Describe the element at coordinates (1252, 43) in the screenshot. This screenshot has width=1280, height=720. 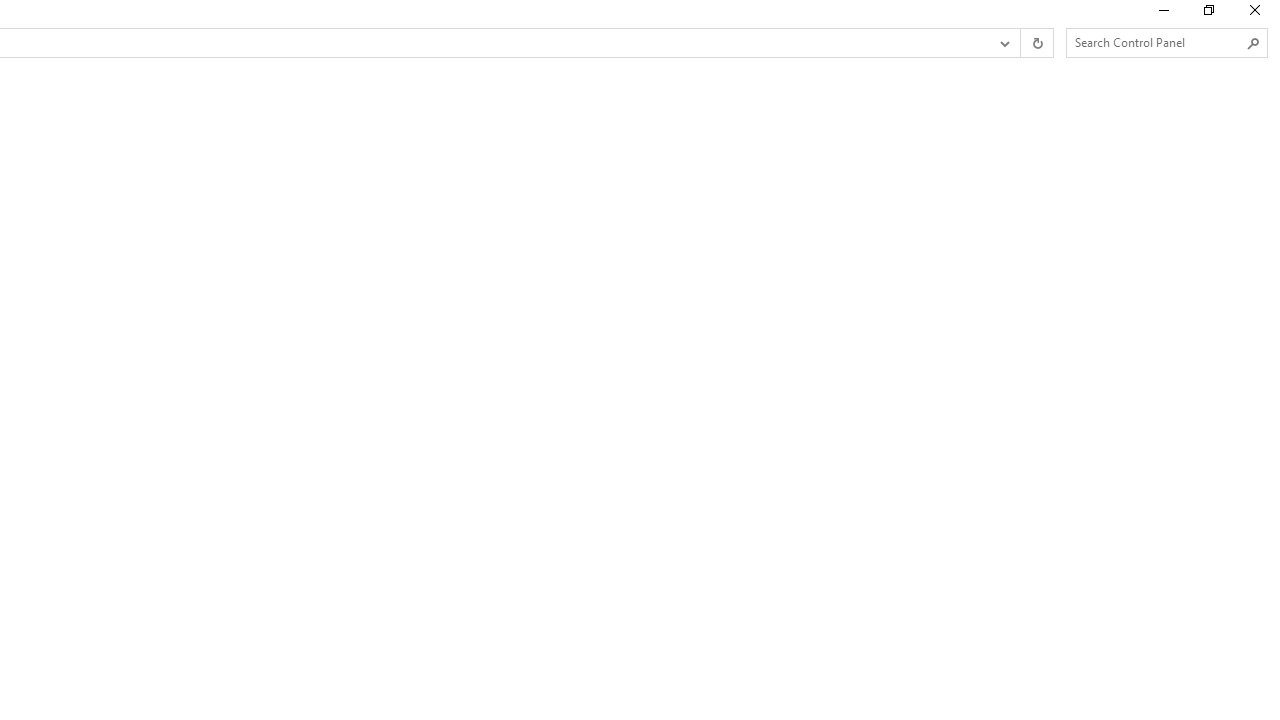
I see `'Search'` at that location.